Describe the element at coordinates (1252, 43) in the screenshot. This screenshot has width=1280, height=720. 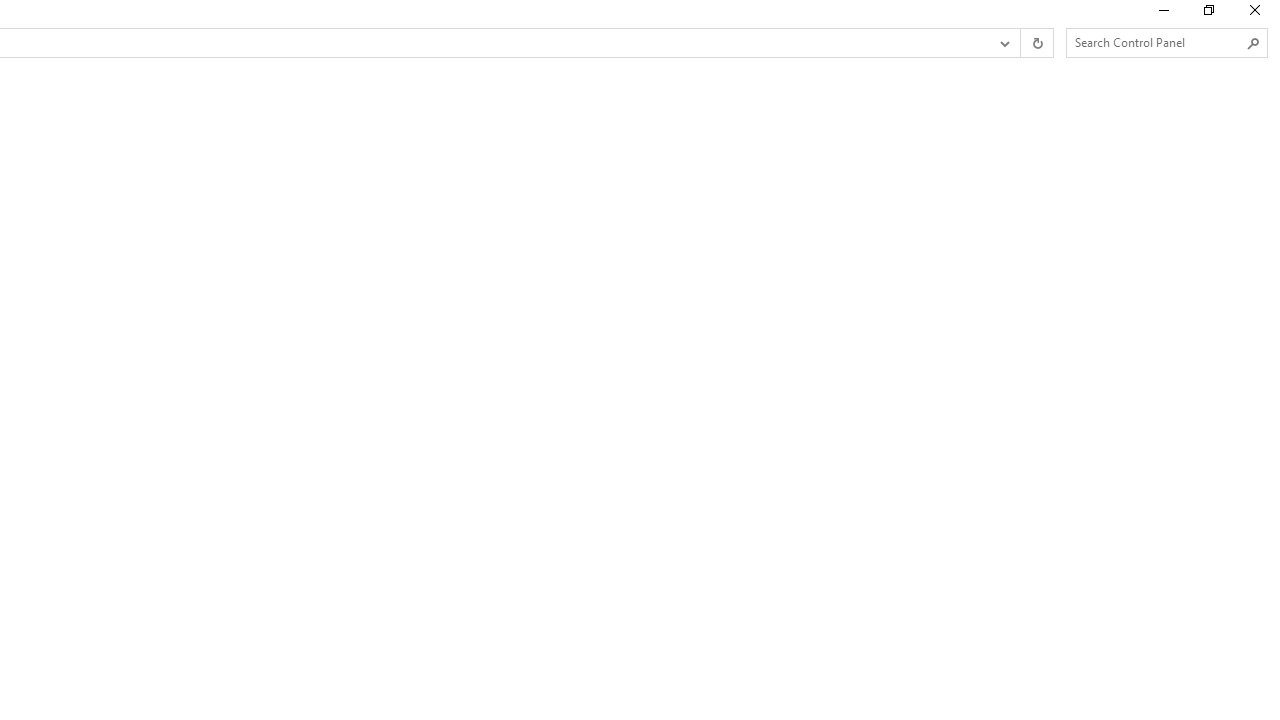
I see `'Search'` at that location.